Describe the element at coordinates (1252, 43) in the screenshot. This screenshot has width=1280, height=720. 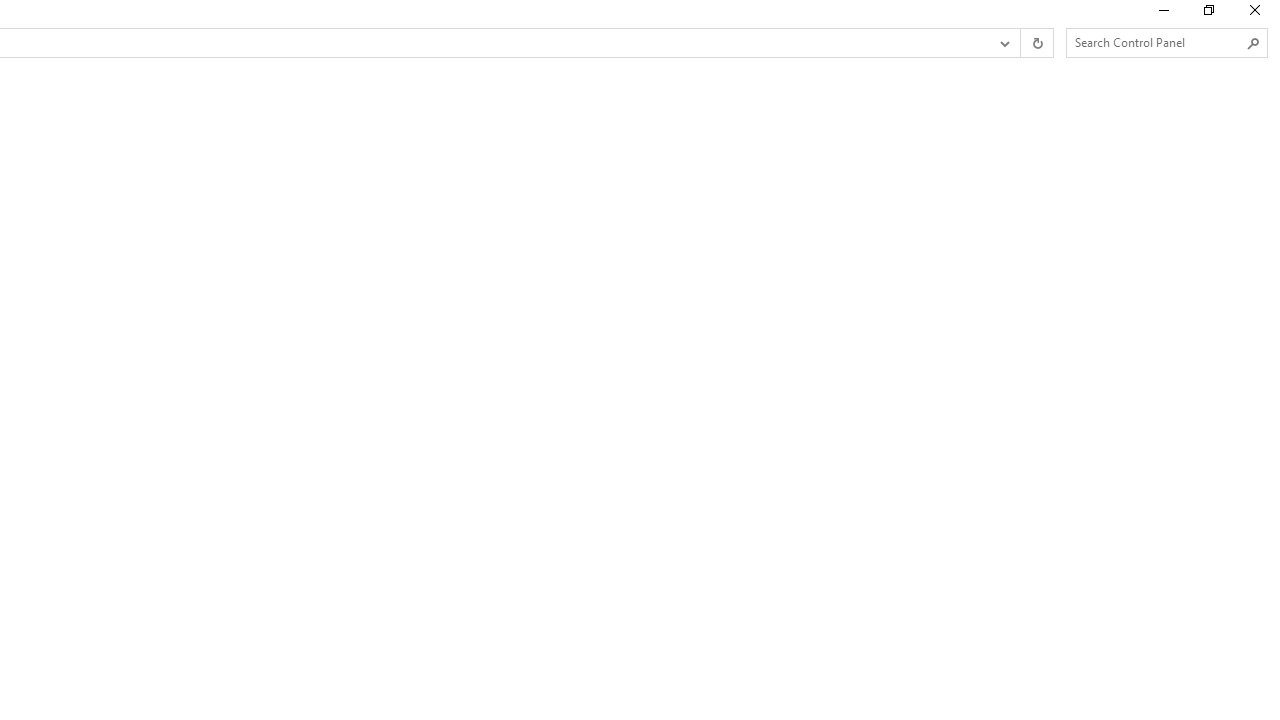
I see `'Search'` at that location.